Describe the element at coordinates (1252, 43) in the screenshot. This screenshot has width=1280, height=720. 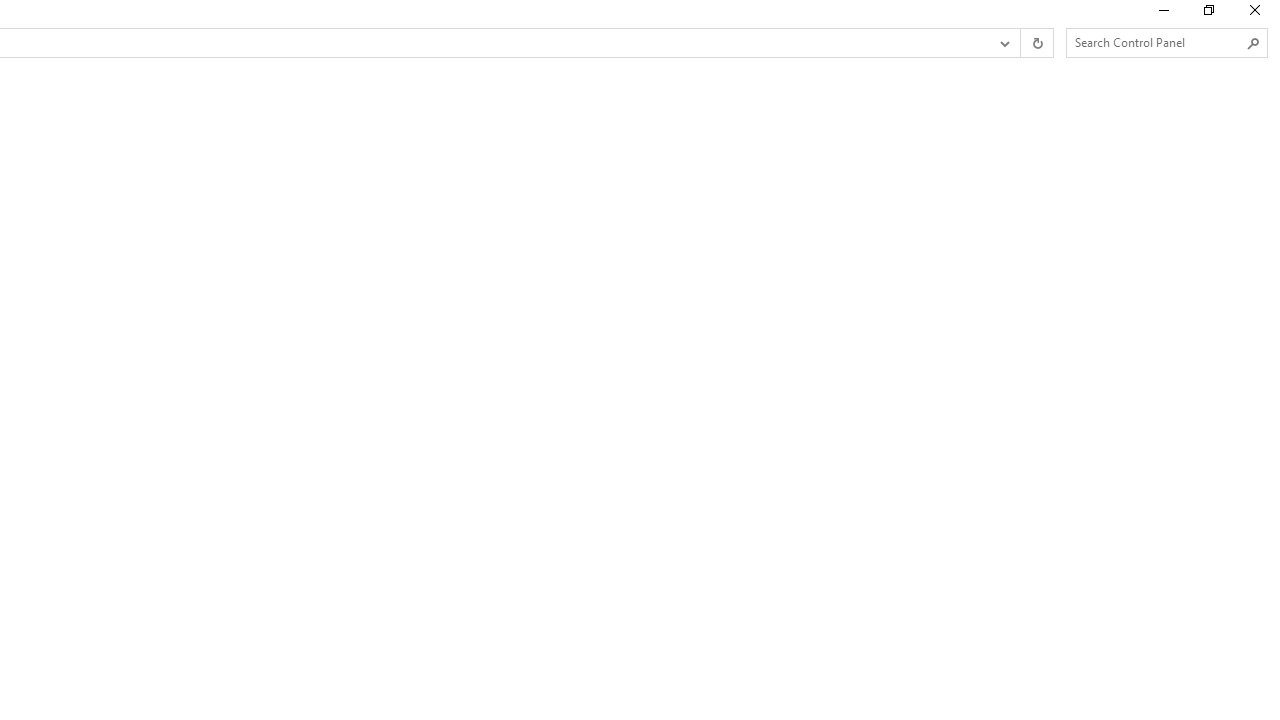
I see `'Search'` at that location.